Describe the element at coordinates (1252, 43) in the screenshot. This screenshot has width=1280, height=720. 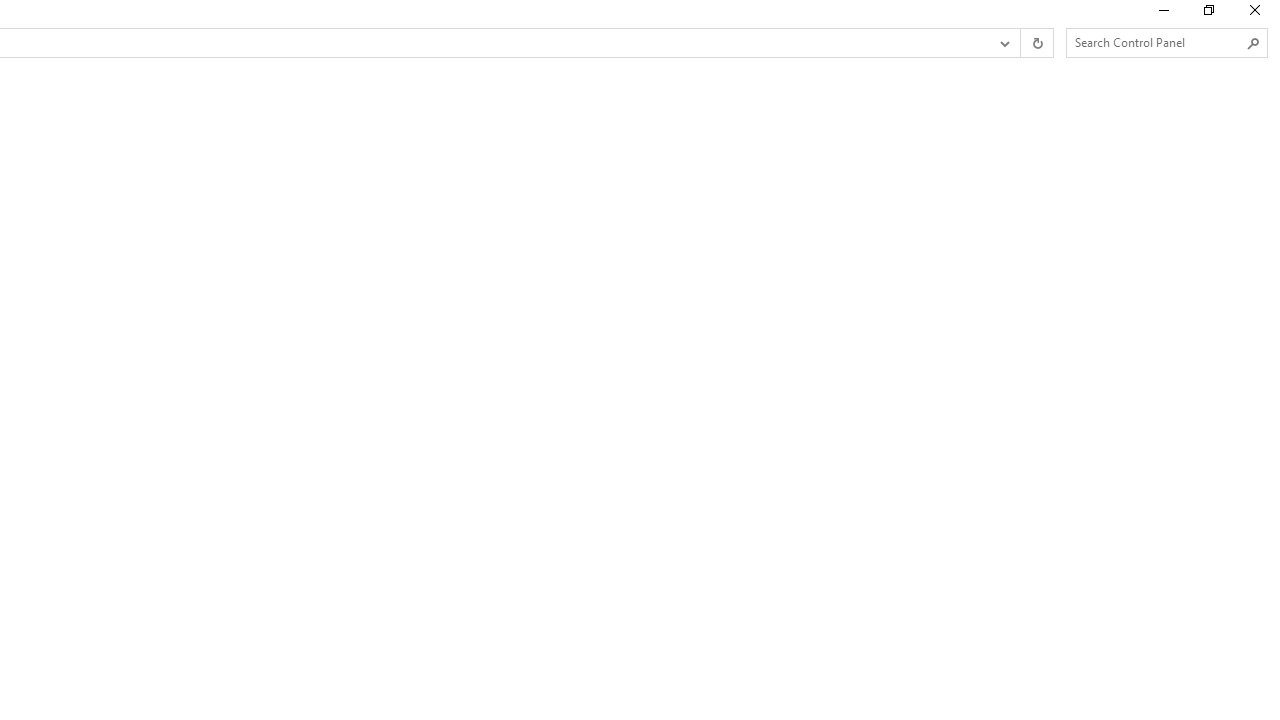
I see `'Search'` at that location.